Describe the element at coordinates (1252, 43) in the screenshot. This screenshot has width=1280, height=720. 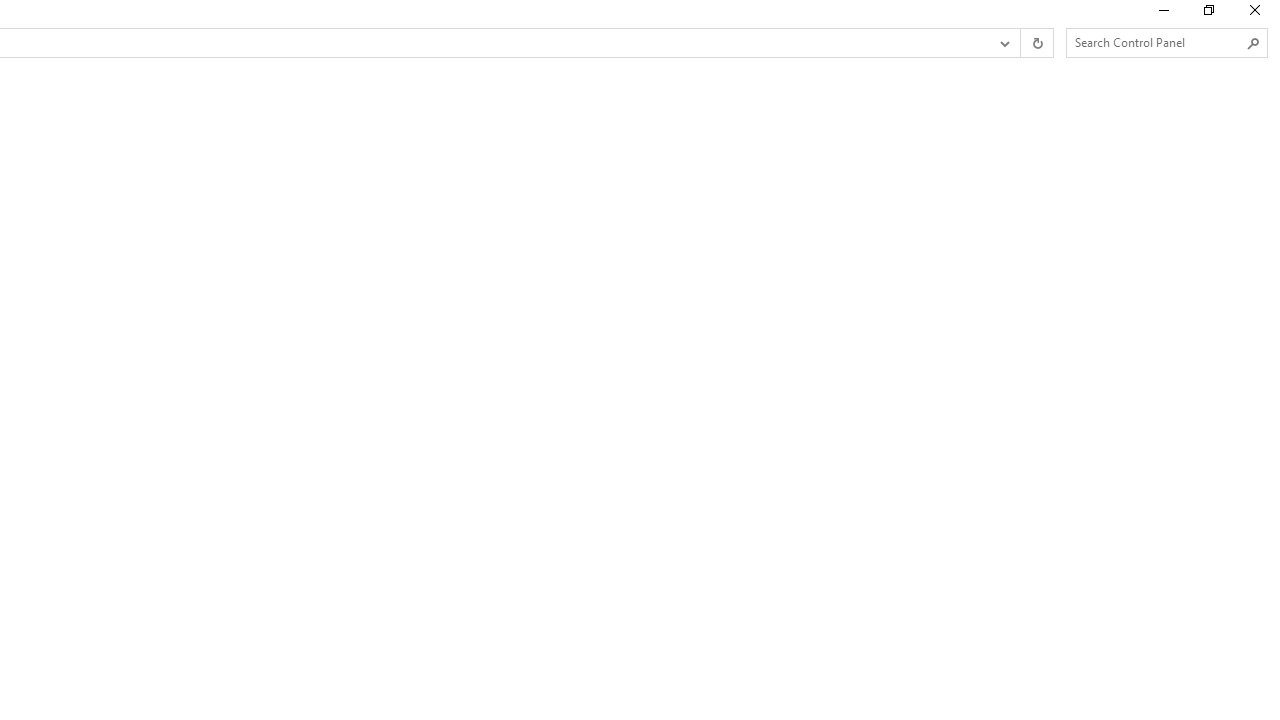
I see `'Search'` at that location.